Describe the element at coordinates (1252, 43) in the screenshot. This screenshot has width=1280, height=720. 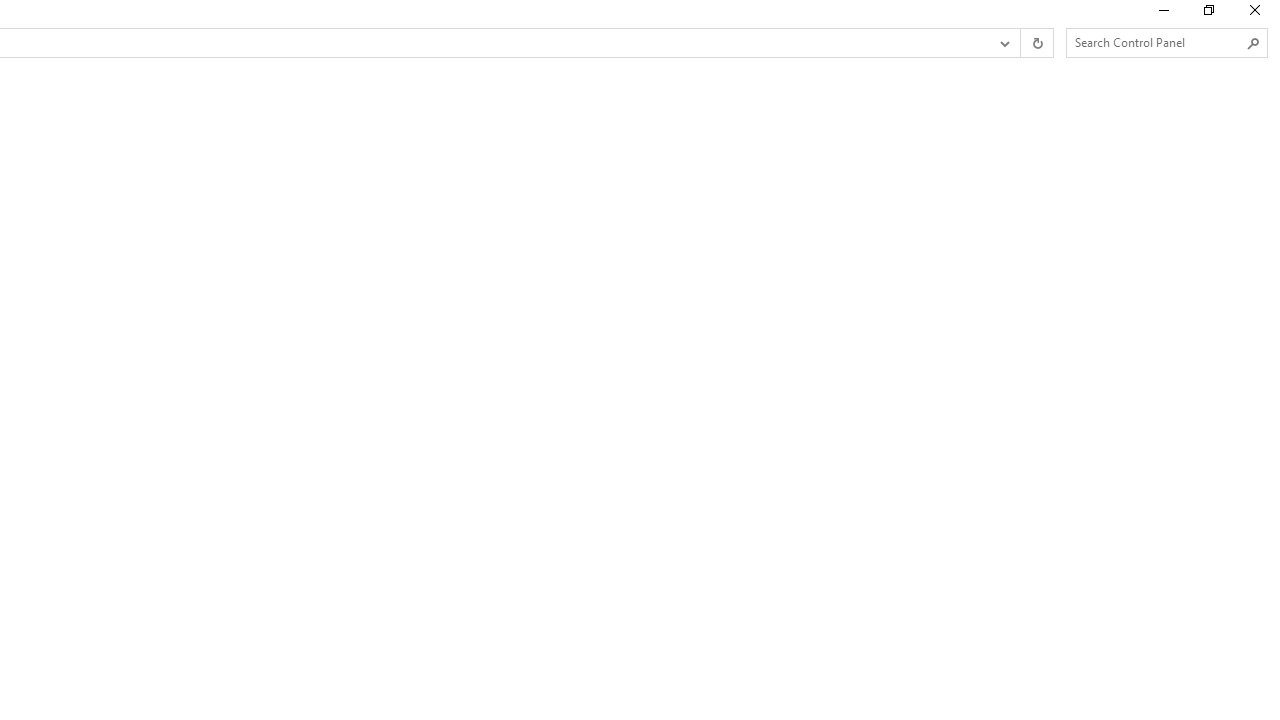
I see `'Search'` at that location.